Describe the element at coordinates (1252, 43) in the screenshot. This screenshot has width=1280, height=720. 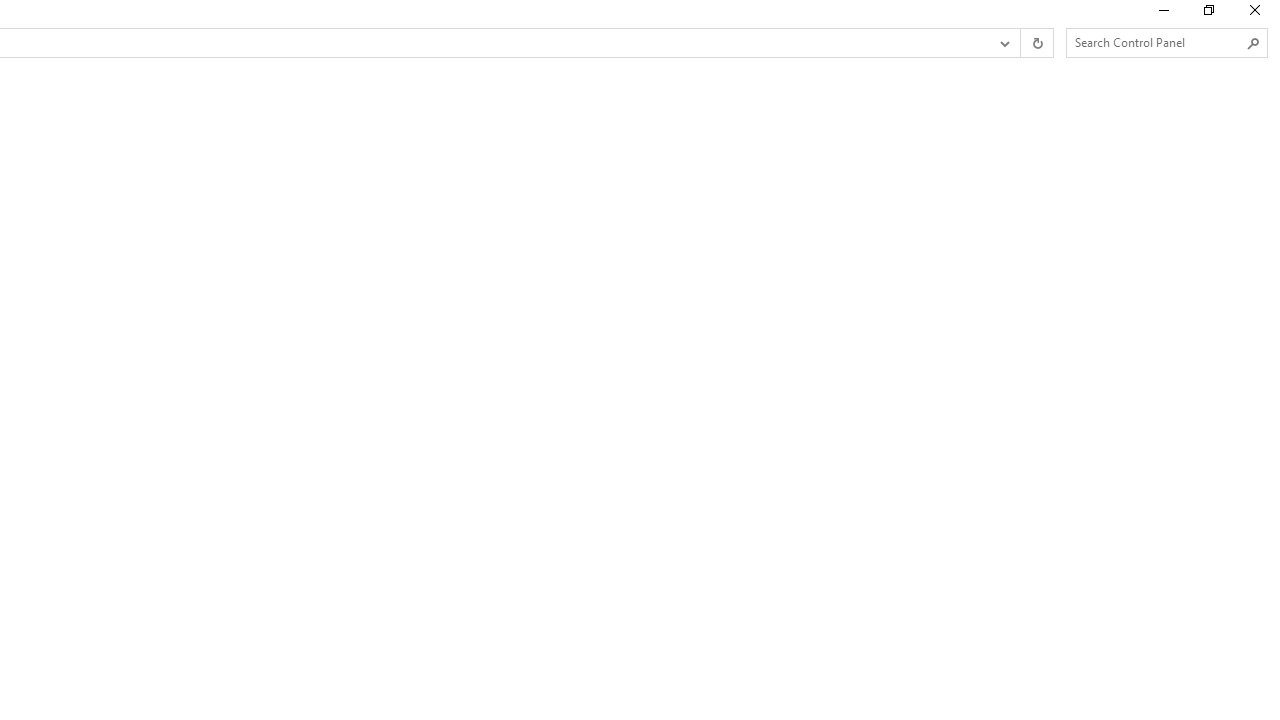
I see `'Search'` at that location.